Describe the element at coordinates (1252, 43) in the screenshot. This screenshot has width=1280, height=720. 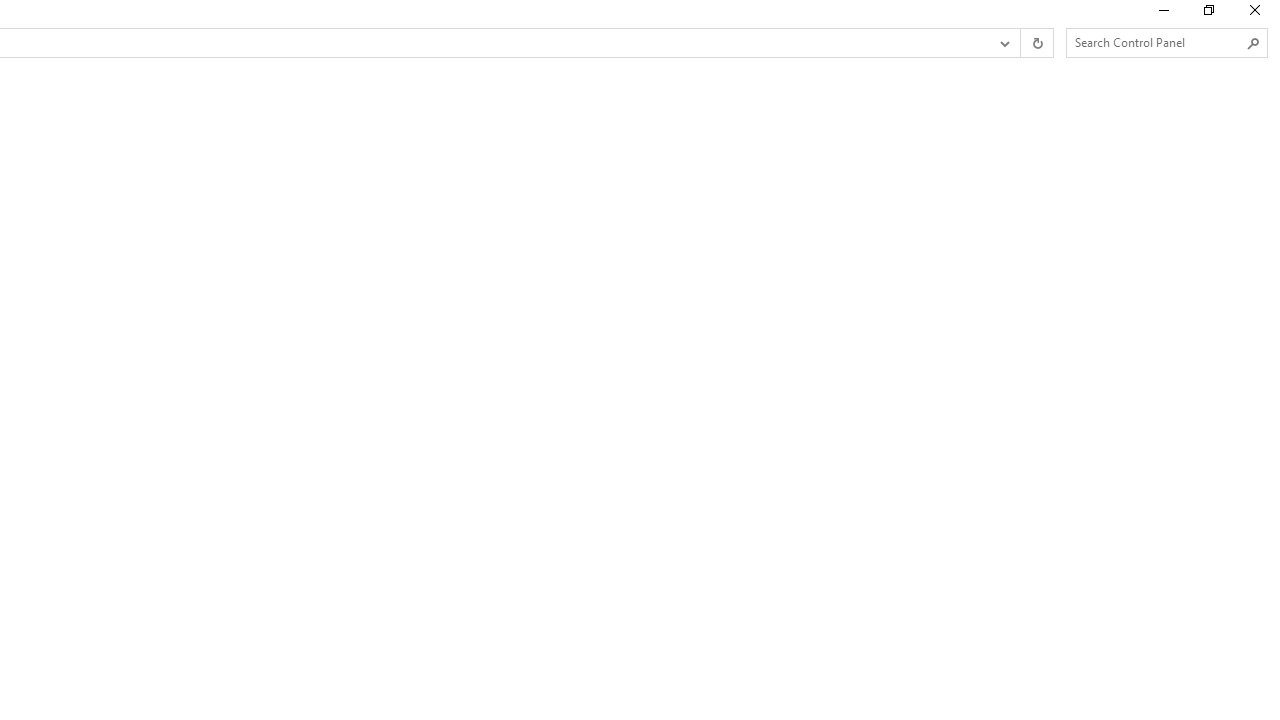
I see `'Search'` at that location.